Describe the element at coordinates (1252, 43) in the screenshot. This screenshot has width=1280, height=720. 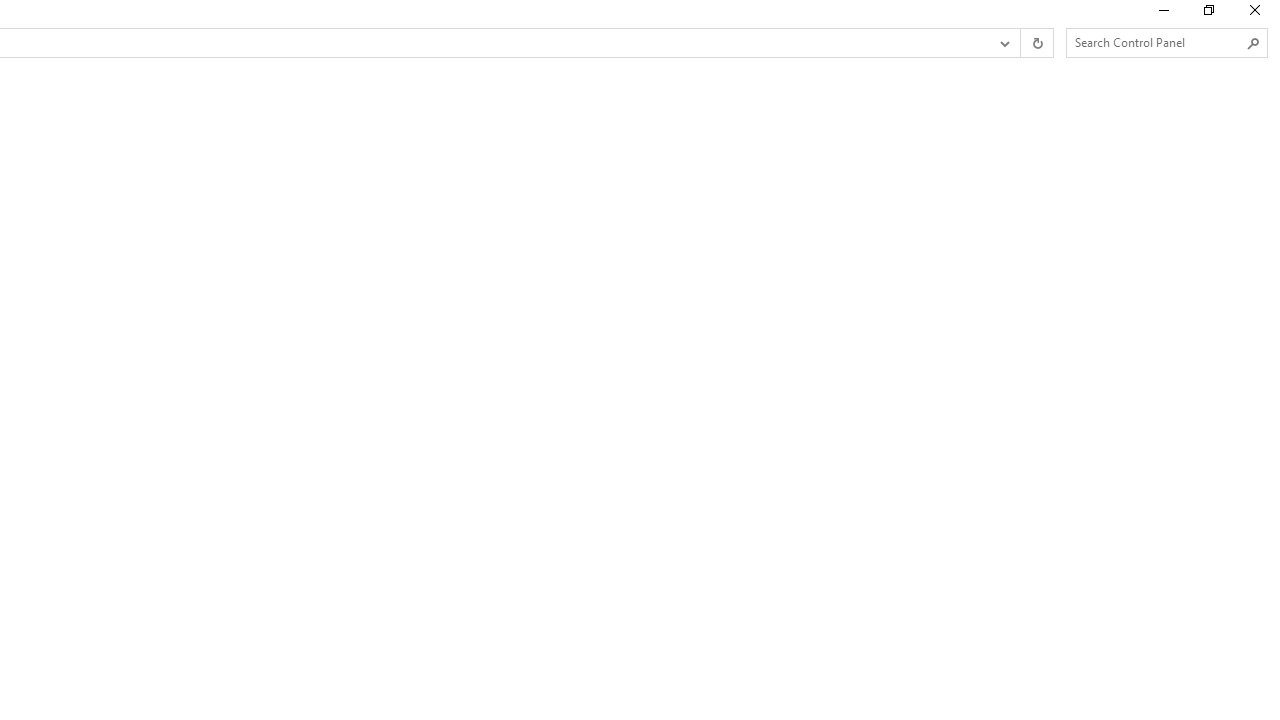
I see `'Search'` at that location.